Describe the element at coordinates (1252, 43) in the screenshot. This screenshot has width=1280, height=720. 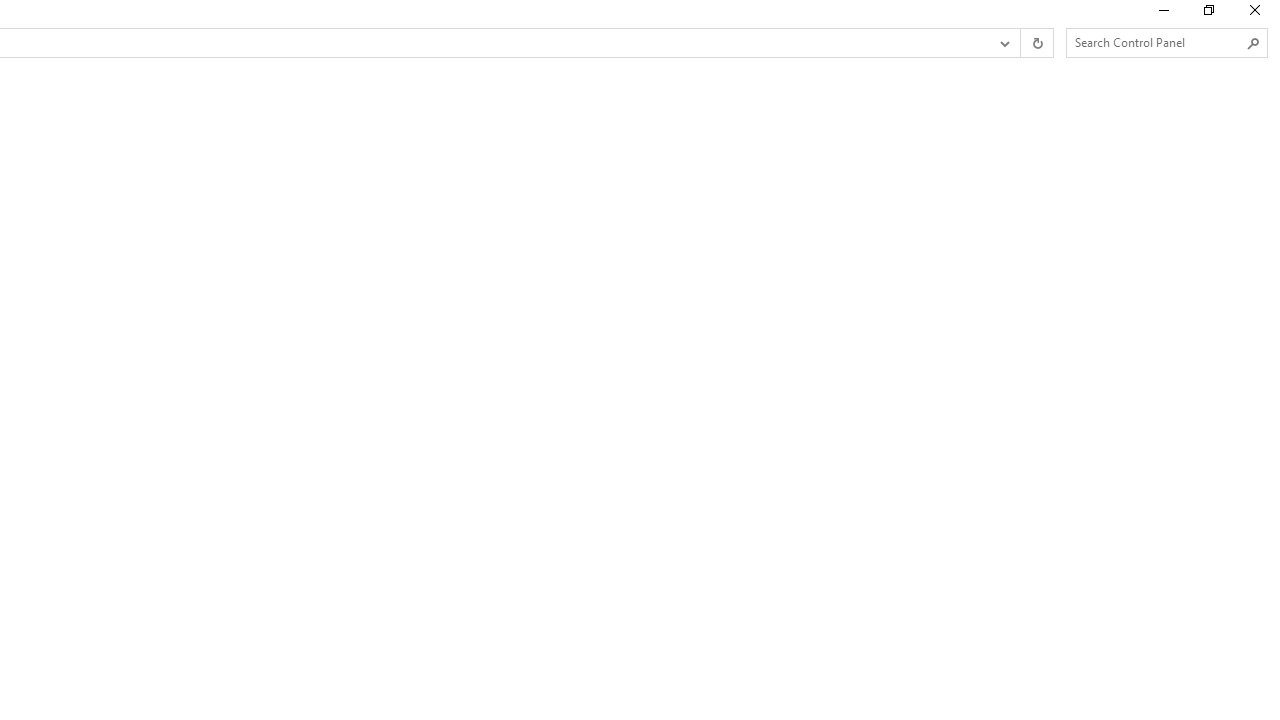
I see `'Search'` at that location.